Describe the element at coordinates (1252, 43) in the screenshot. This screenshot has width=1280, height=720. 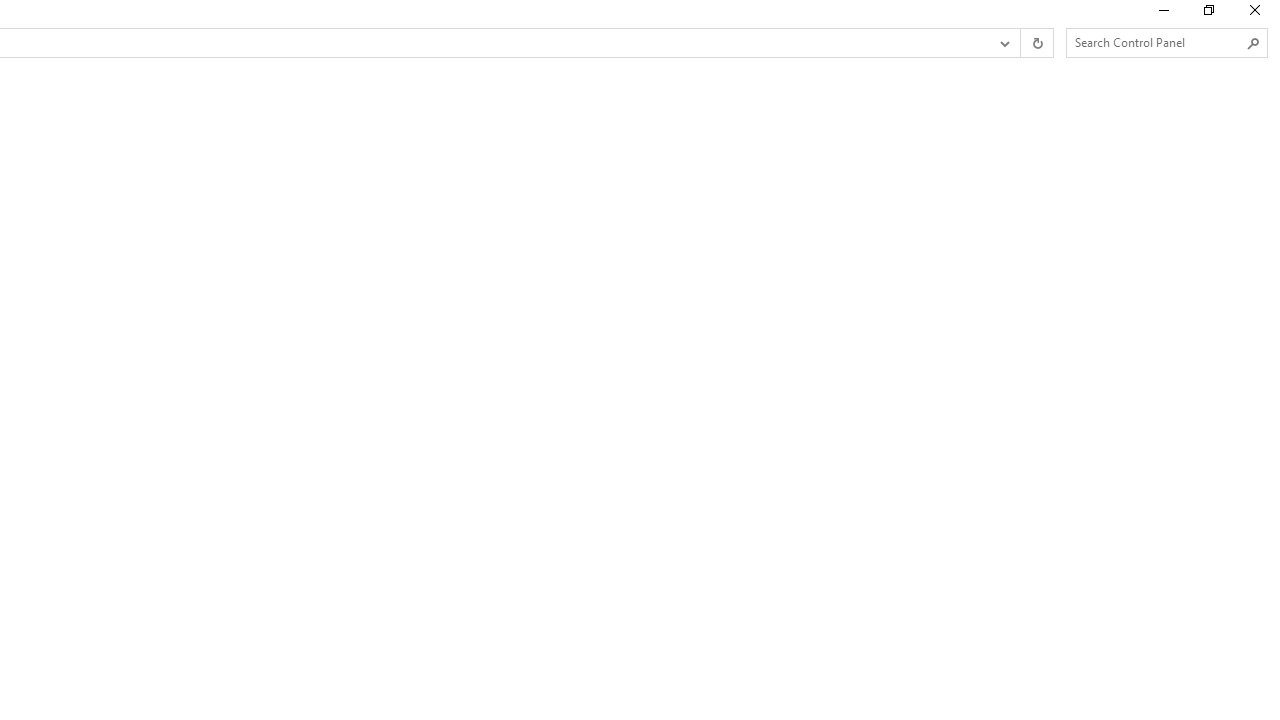
I see `'Search'` at that location.